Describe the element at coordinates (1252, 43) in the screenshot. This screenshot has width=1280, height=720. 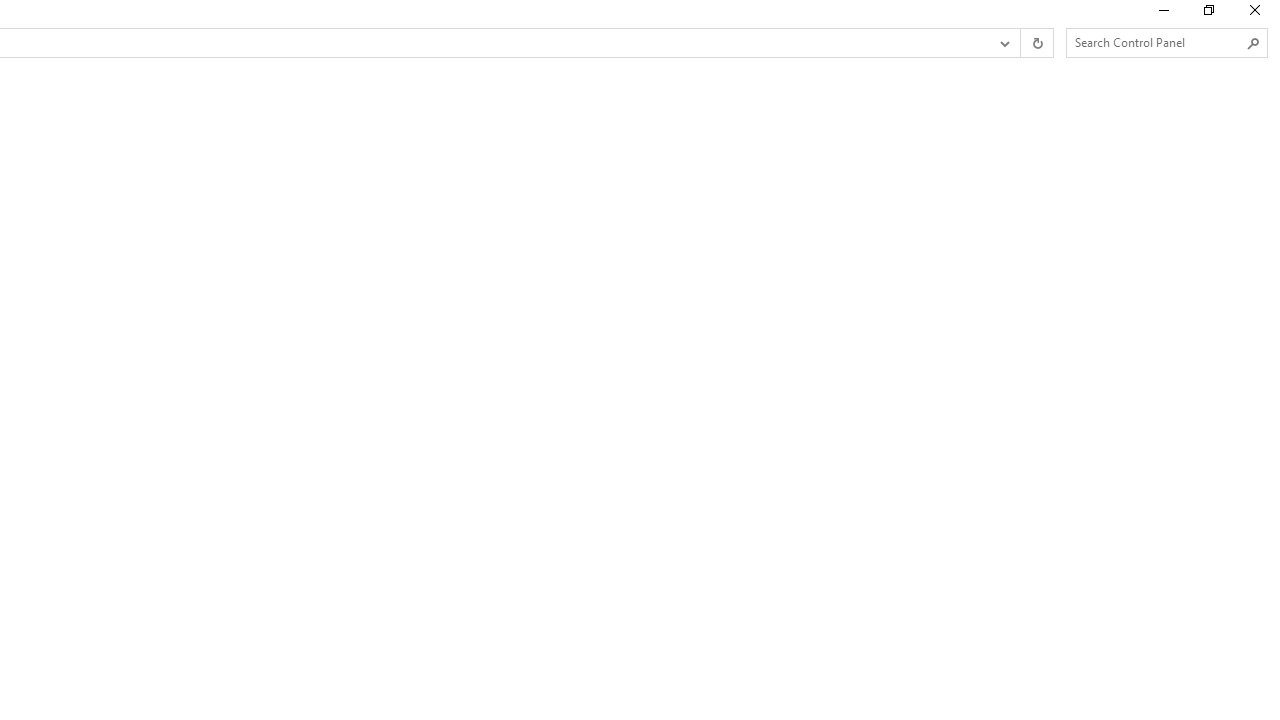
I see `'Search'` at that location.